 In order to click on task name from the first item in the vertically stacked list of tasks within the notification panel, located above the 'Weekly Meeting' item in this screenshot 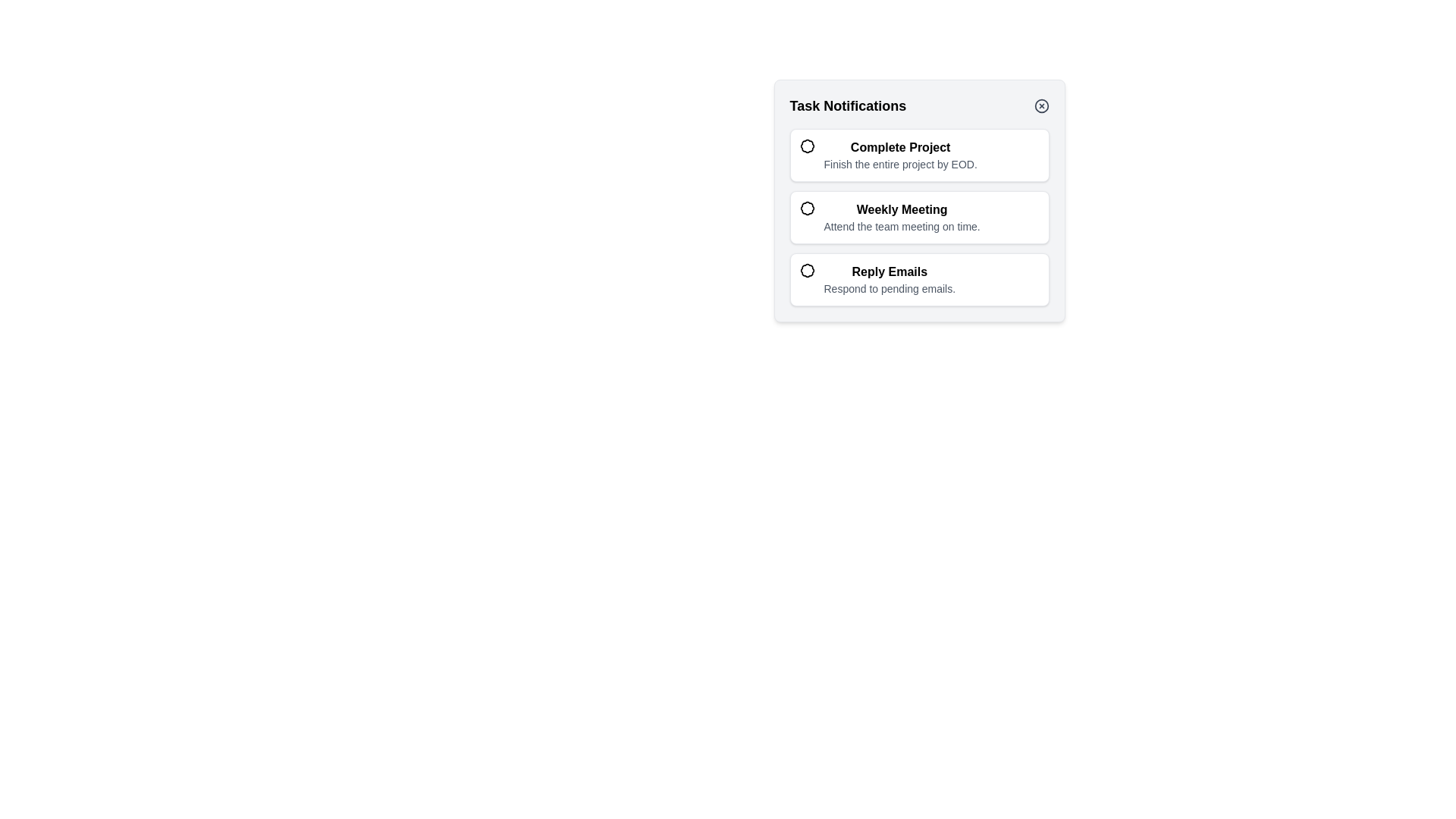, I will do `click(900, 155)`.